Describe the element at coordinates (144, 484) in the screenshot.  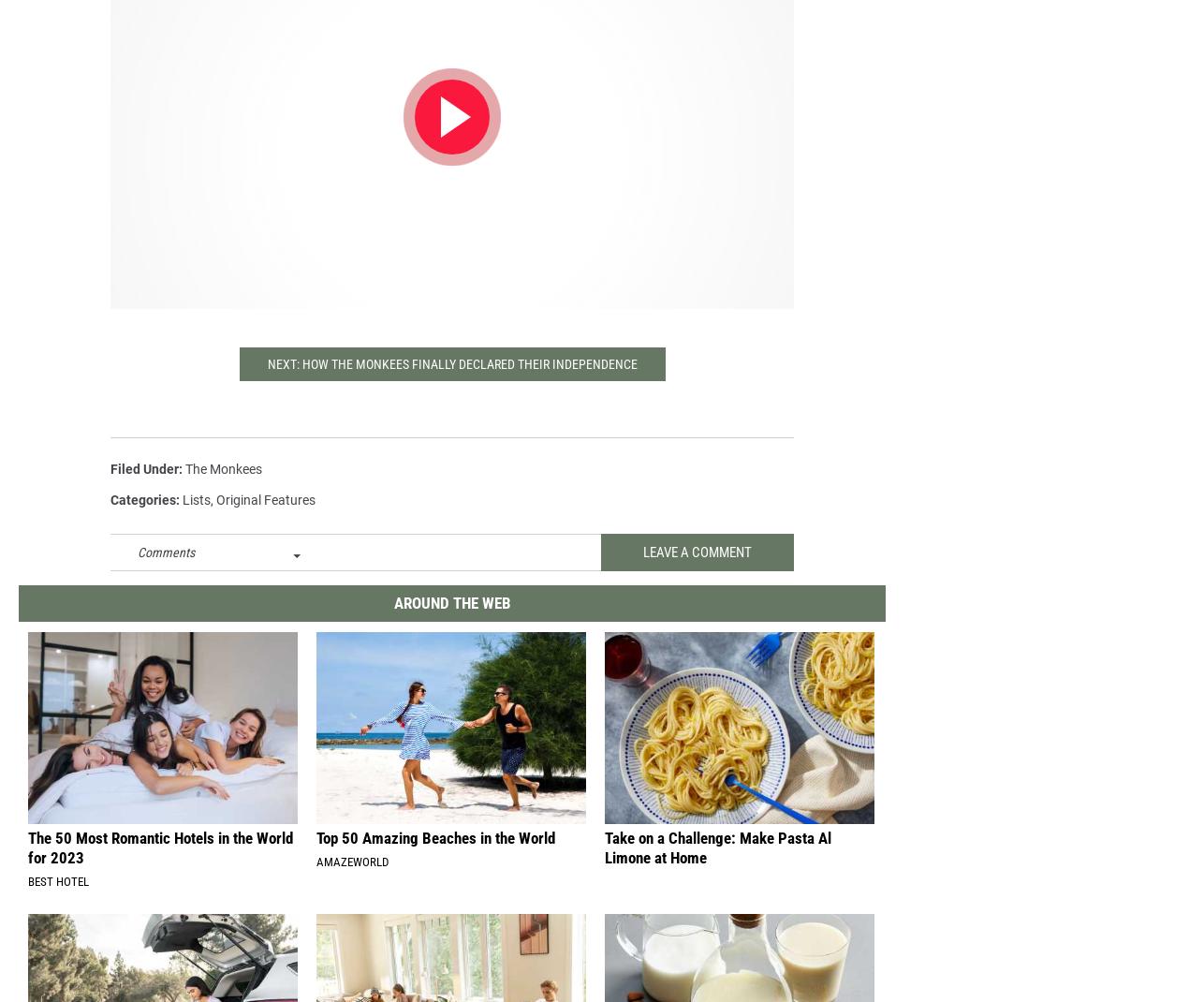
I see `'Filed Under'` at that location.